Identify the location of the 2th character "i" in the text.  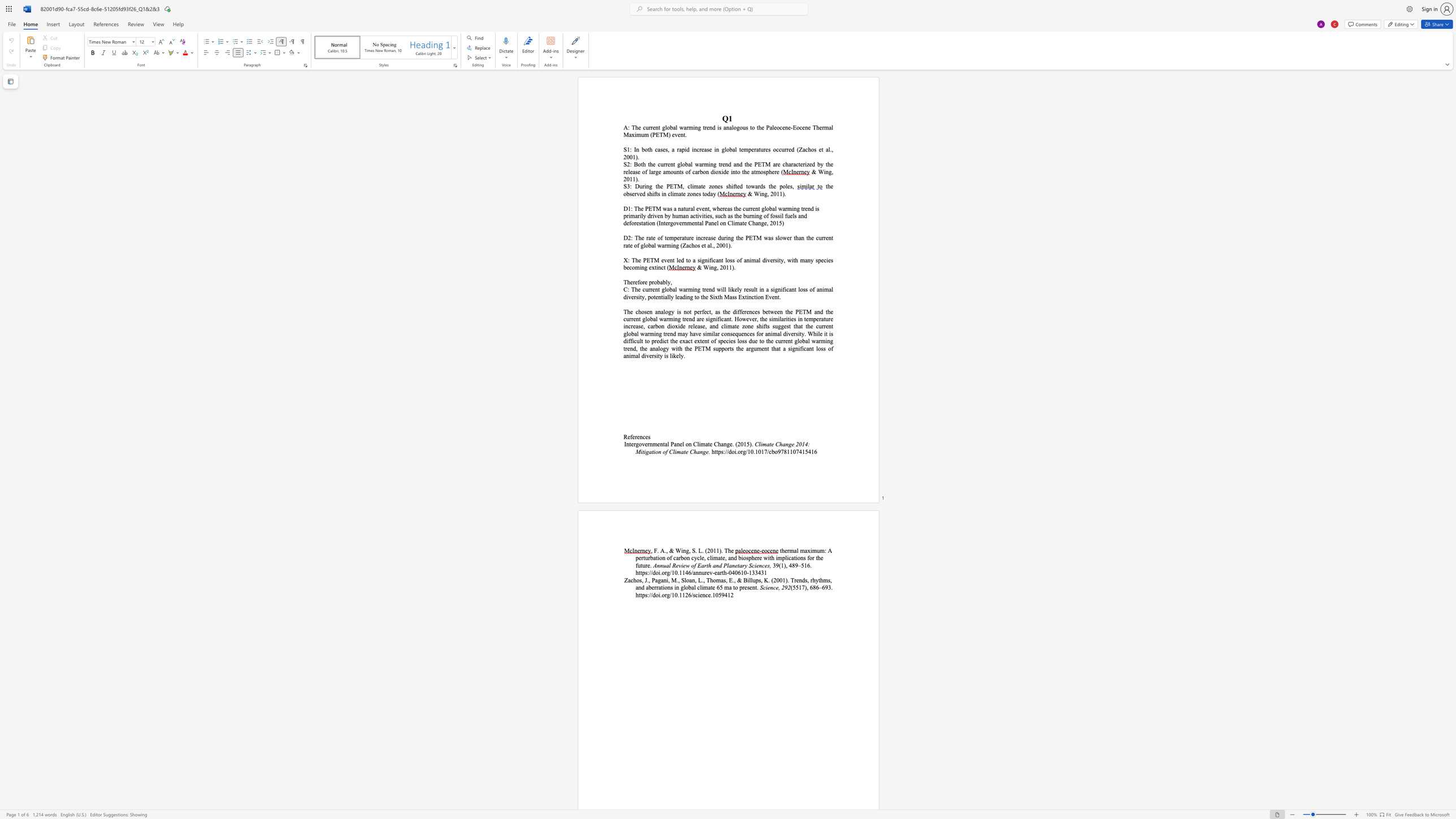
(736, 311).